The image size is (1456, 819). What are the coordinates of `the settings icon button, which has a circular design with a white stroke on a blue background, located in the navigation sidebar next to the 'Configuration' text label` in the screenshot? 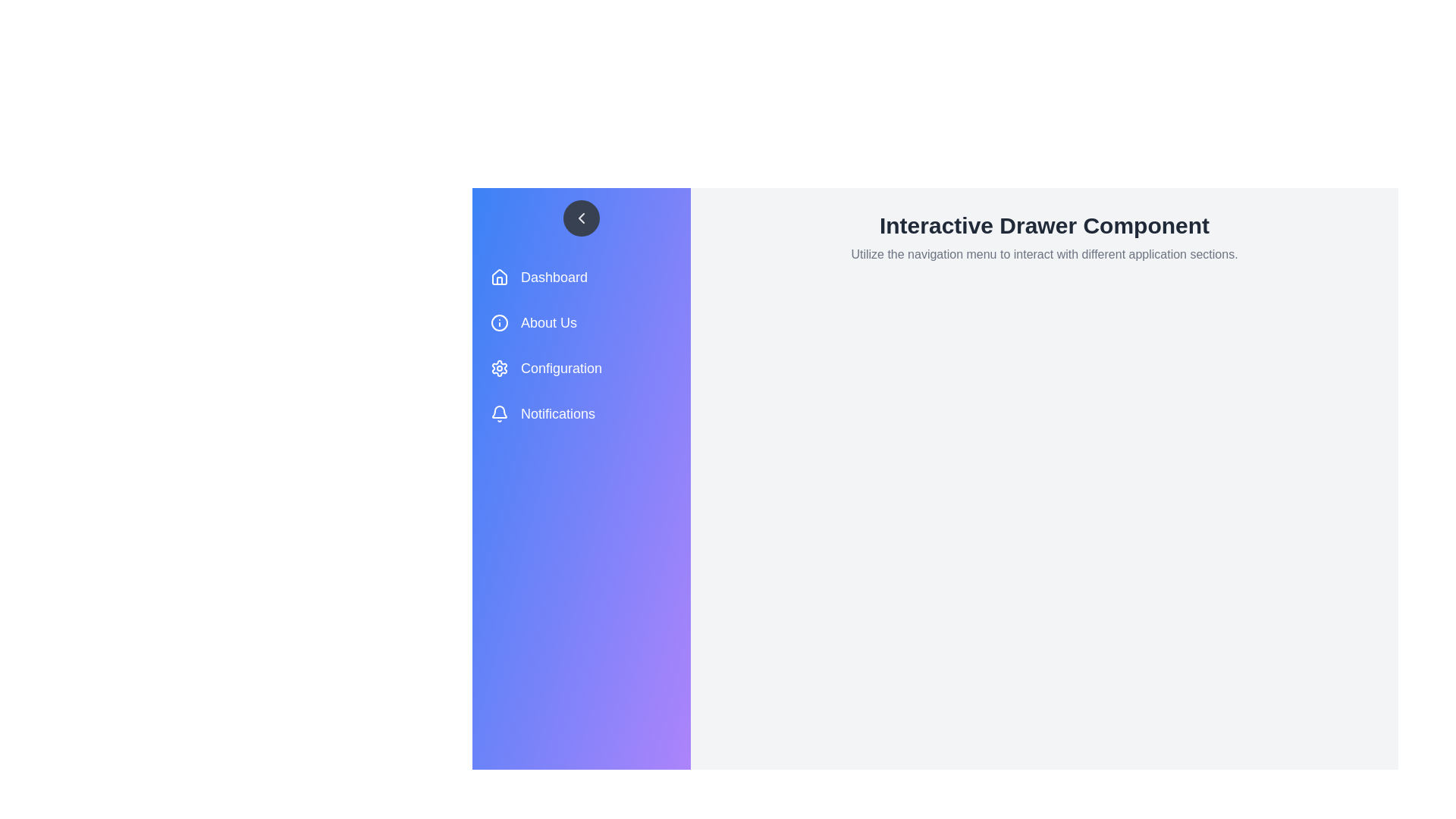 It's located at (499, 369).